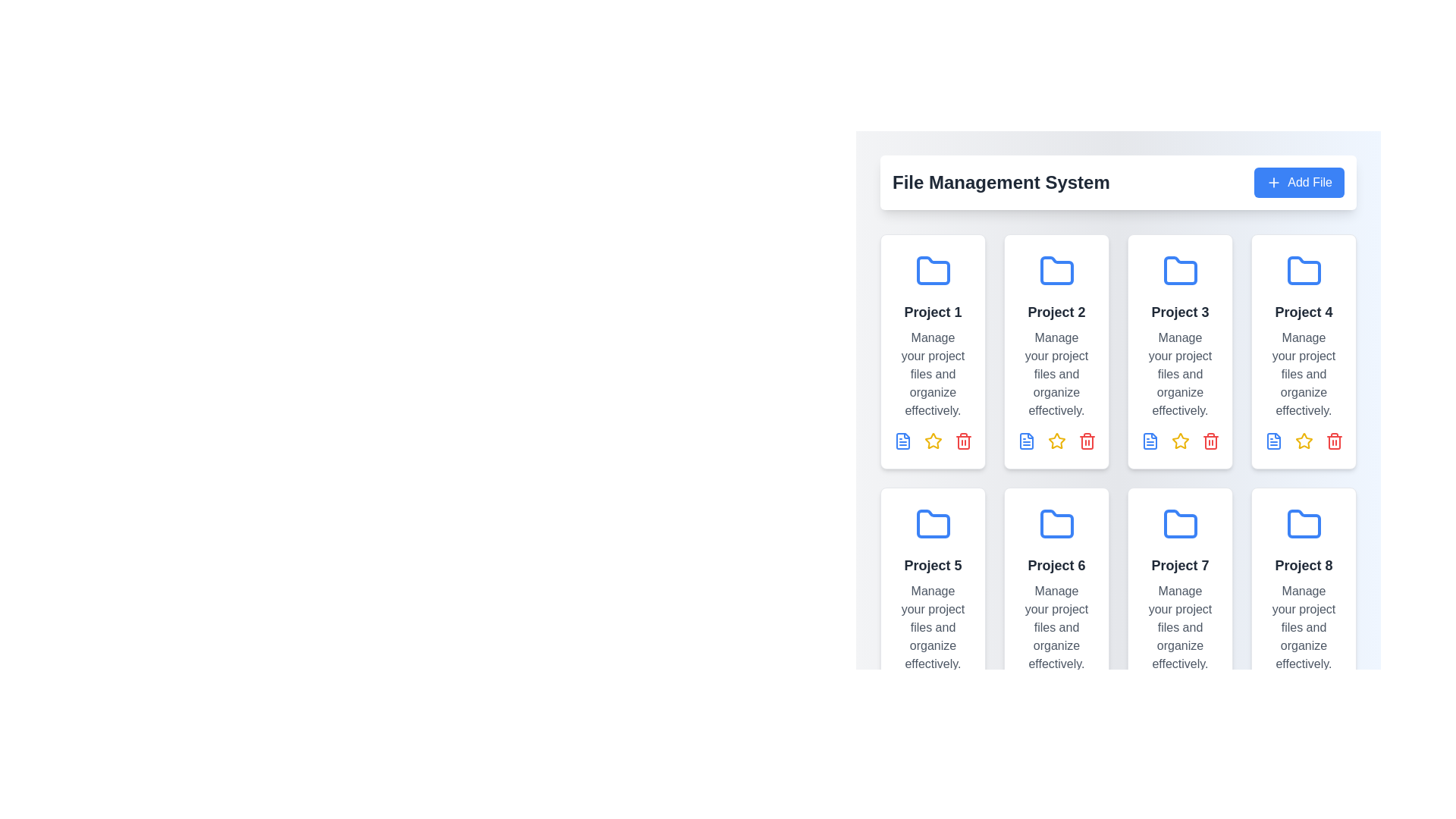 The height and width of the screenshot is (819, 1456). What do you see at coordinates (1179, 271) in the screenshot?
I see `the 'Project 3' folder icon located at the upper part of its card, above the title` at bounding box center [1179, 271].